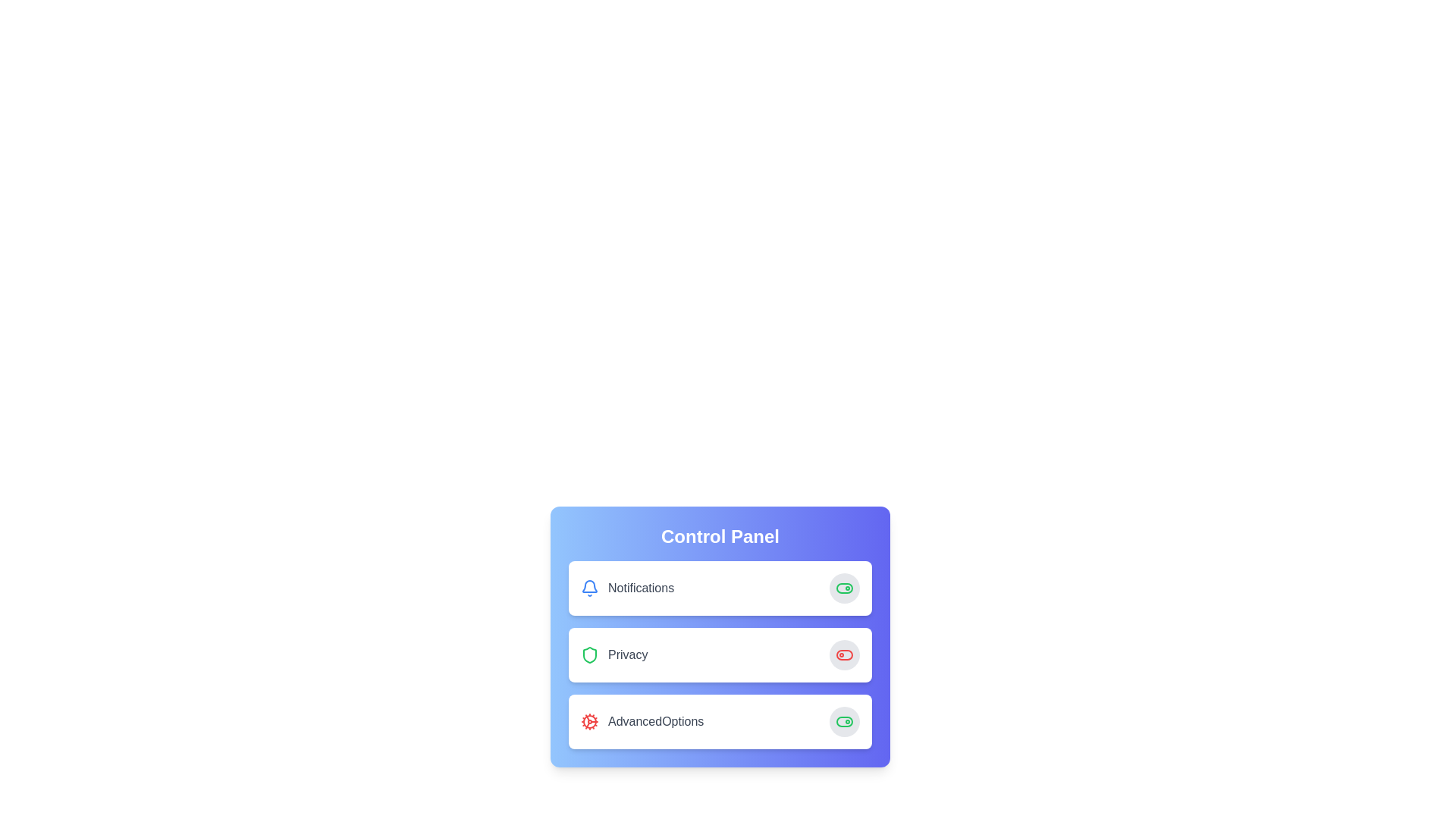 The height and width of the screenshot is (819, 1456). What do you see at coordinates (843, 654) in the screenshot?
I see `the red toggle switch located in the 'Privacy' row of the 'Control Panel' interface for accessibility navigation` at bounding box center [843, 654].